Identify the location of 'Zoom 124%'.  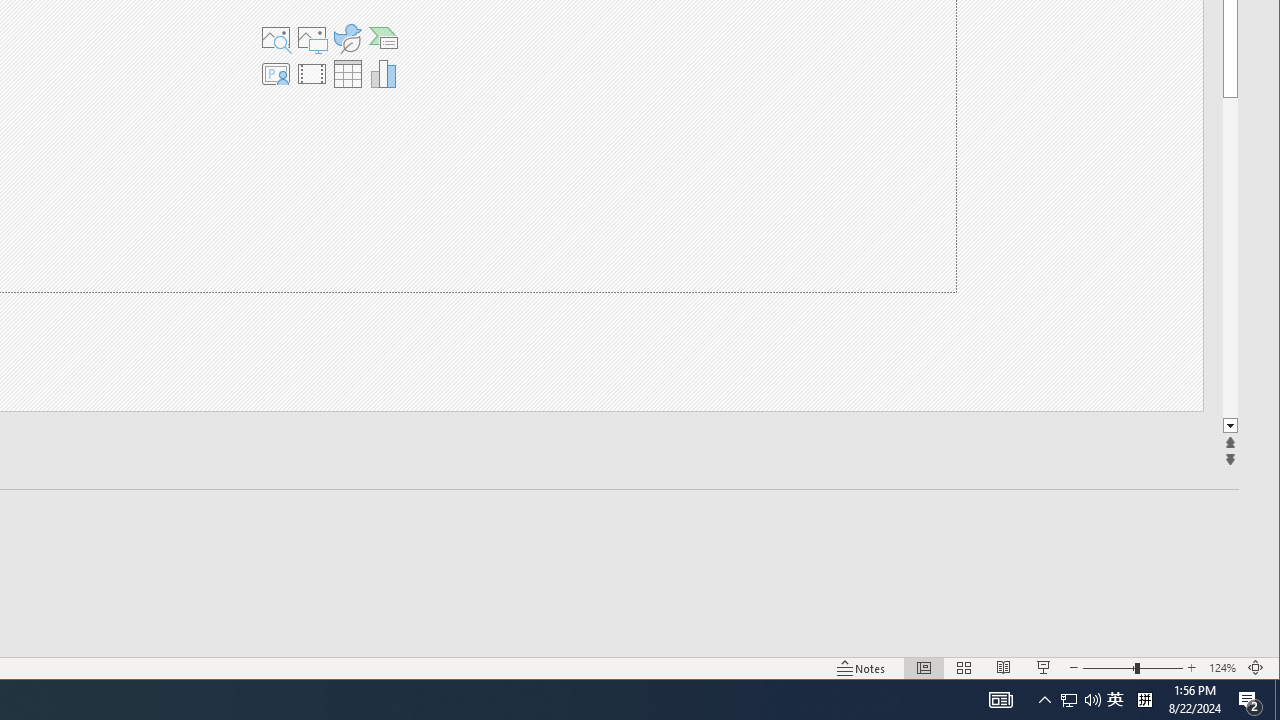
(1221, 668).